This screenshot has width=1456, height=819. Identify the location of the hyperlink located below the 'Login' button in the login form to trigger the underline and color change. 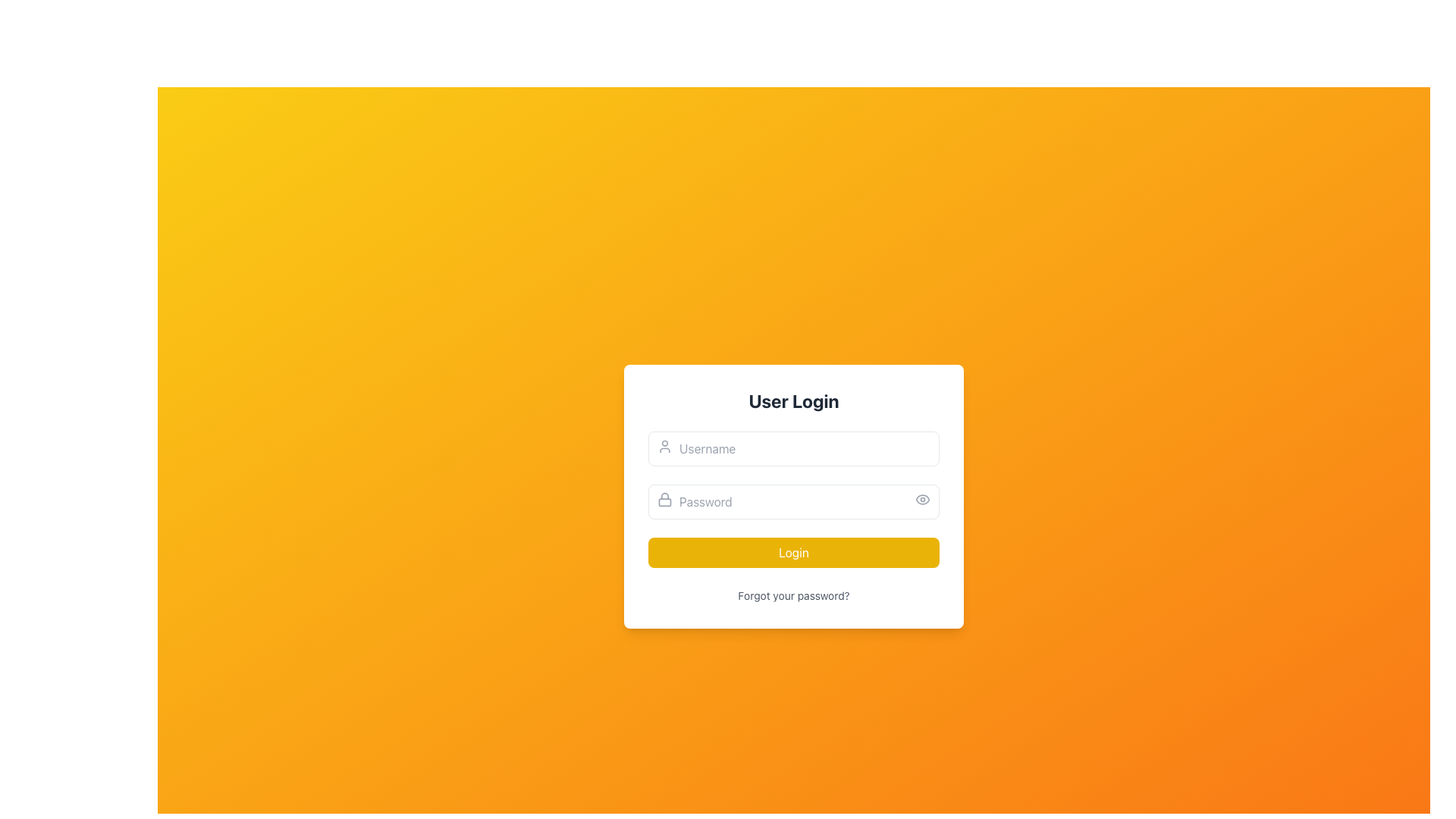
(792, 595).